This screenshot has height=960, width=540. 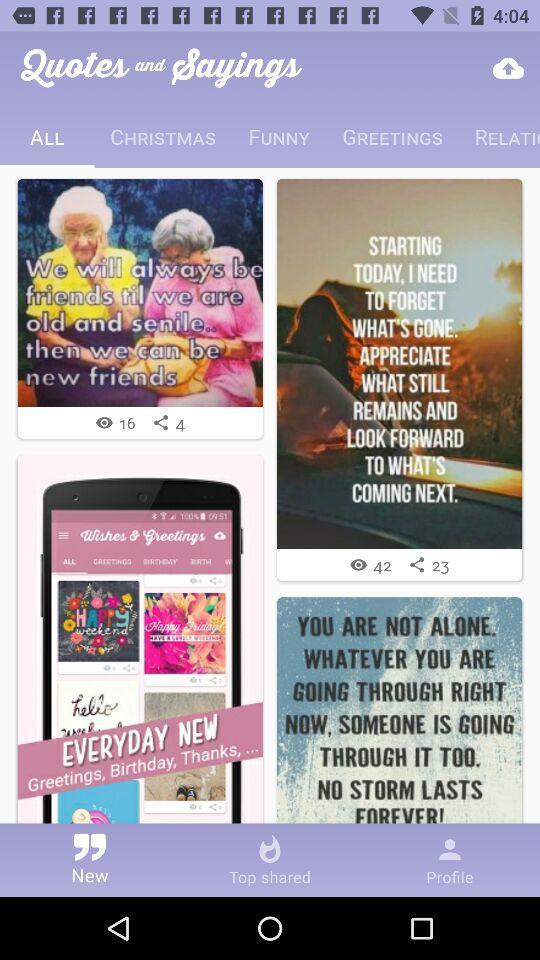 I want to click on quote image, so click(x=399, y=362).